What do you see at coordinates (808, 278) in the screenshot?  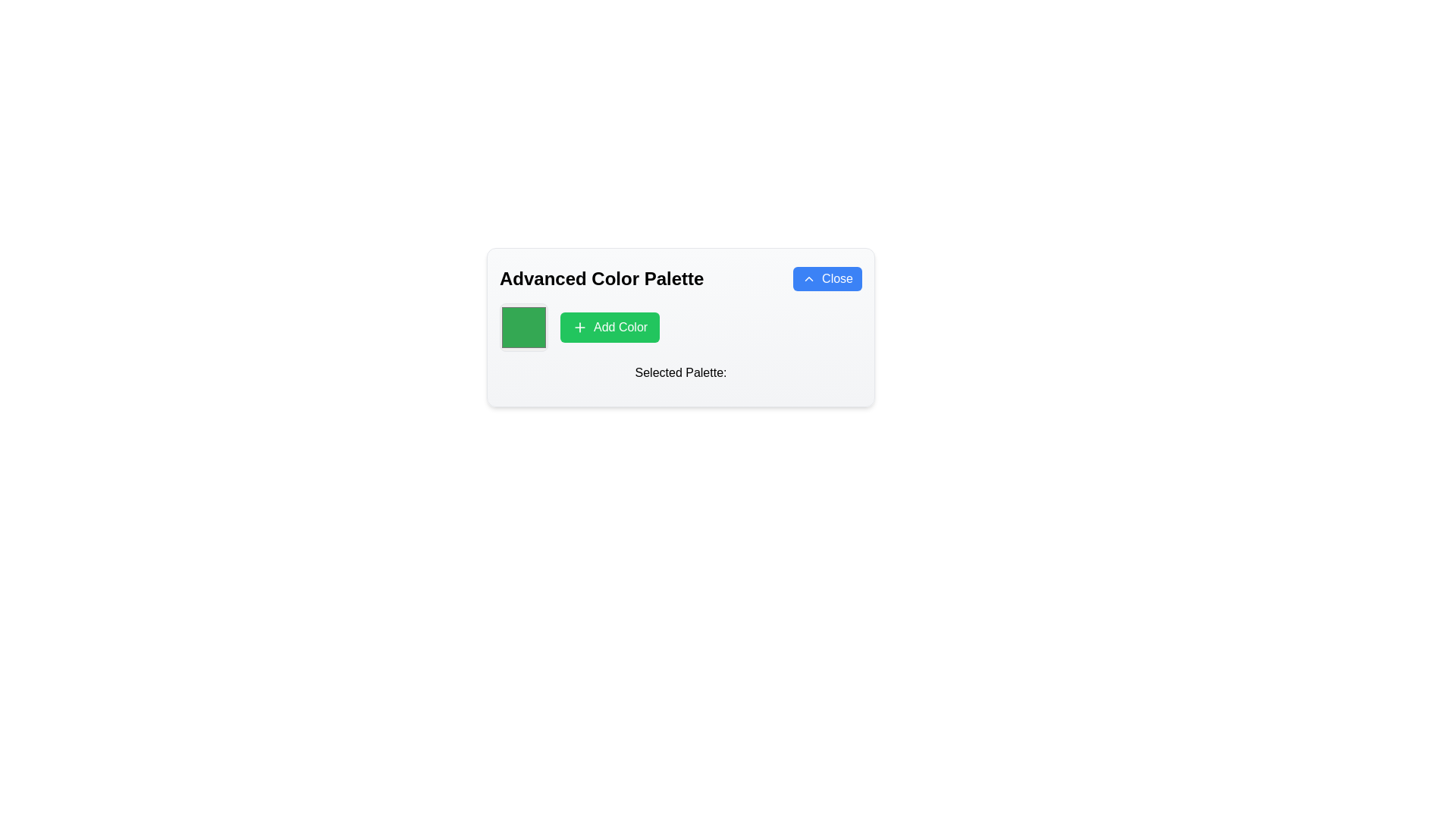 I see `the decorative icon within the blue 'Close' button located at the top-right corner of the main panel` at bounding box center [808, 278].